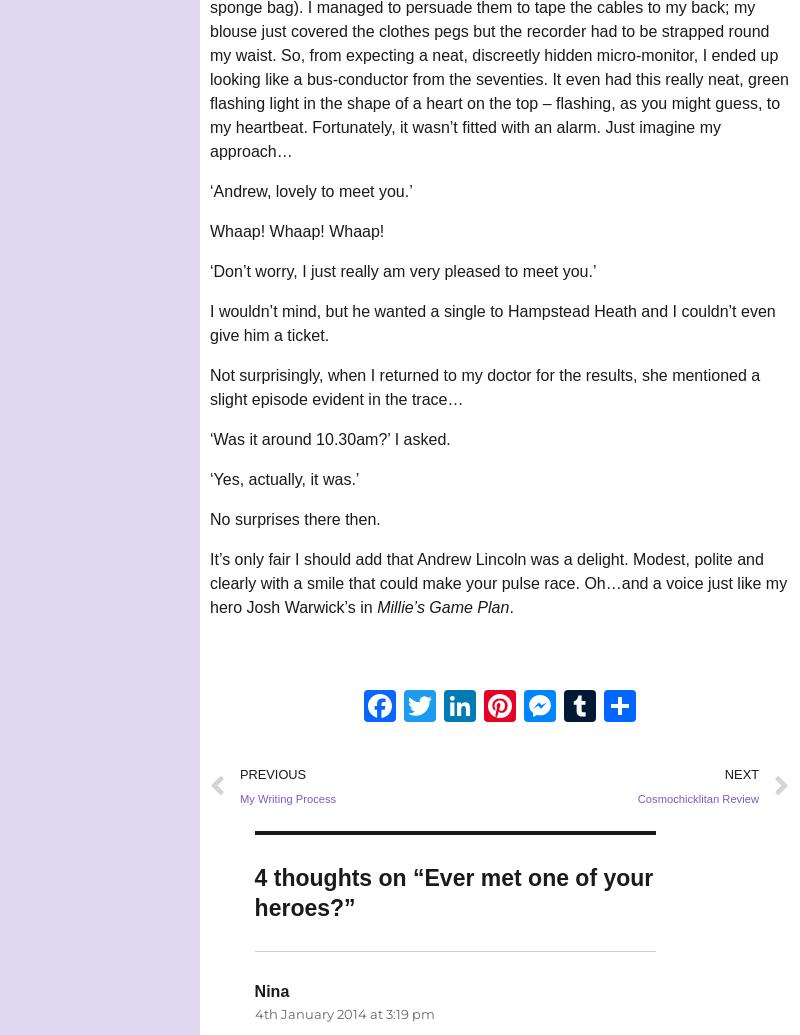 This screenshot has height=1035, width=800. Describe the element at coordinates (498, 582) in the screenshot. I see `'It’s only fair I should add that Andrew Lincoln was a delight. Modest, polite and clearly with a smile that could make your pulse race. Oh…and a voice just like my hero Josh Warwick’s in'` at that location.